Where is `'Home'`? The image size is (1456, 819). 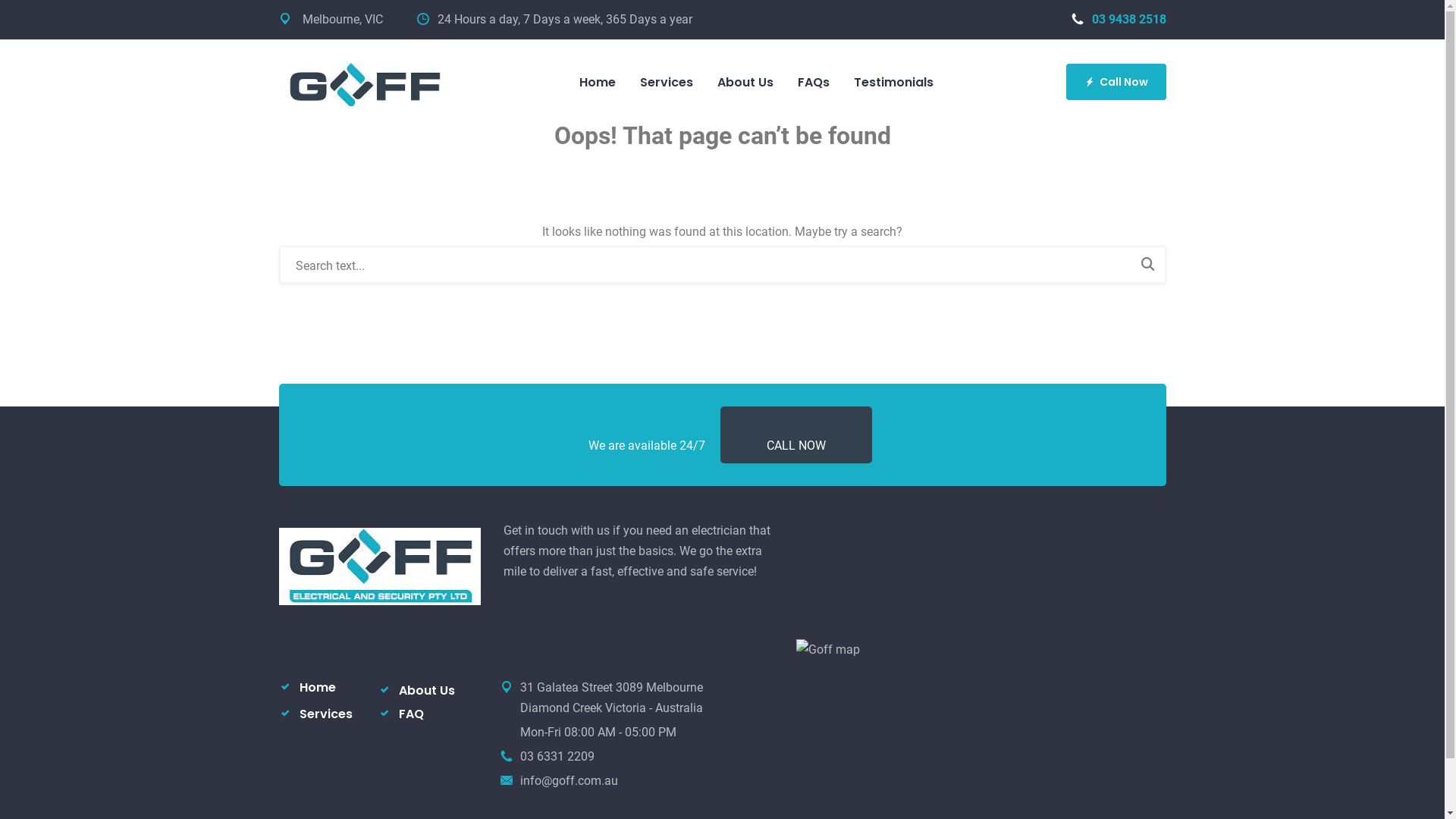 'Home' is located at coordinates (315, 687).